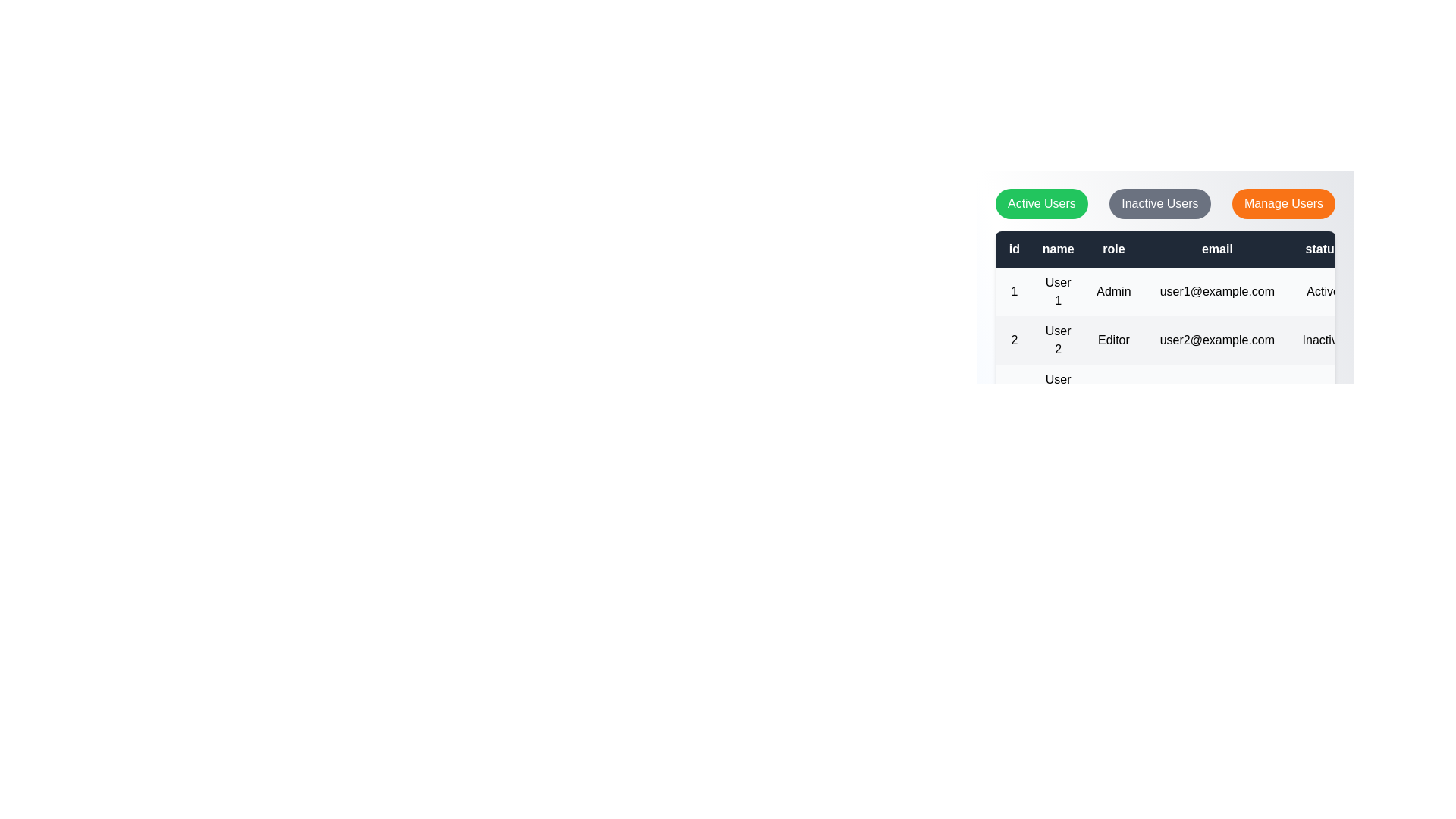 The image size is (1456, 819). I want to click on the table header email to inspect its data, so click(1217, 248).